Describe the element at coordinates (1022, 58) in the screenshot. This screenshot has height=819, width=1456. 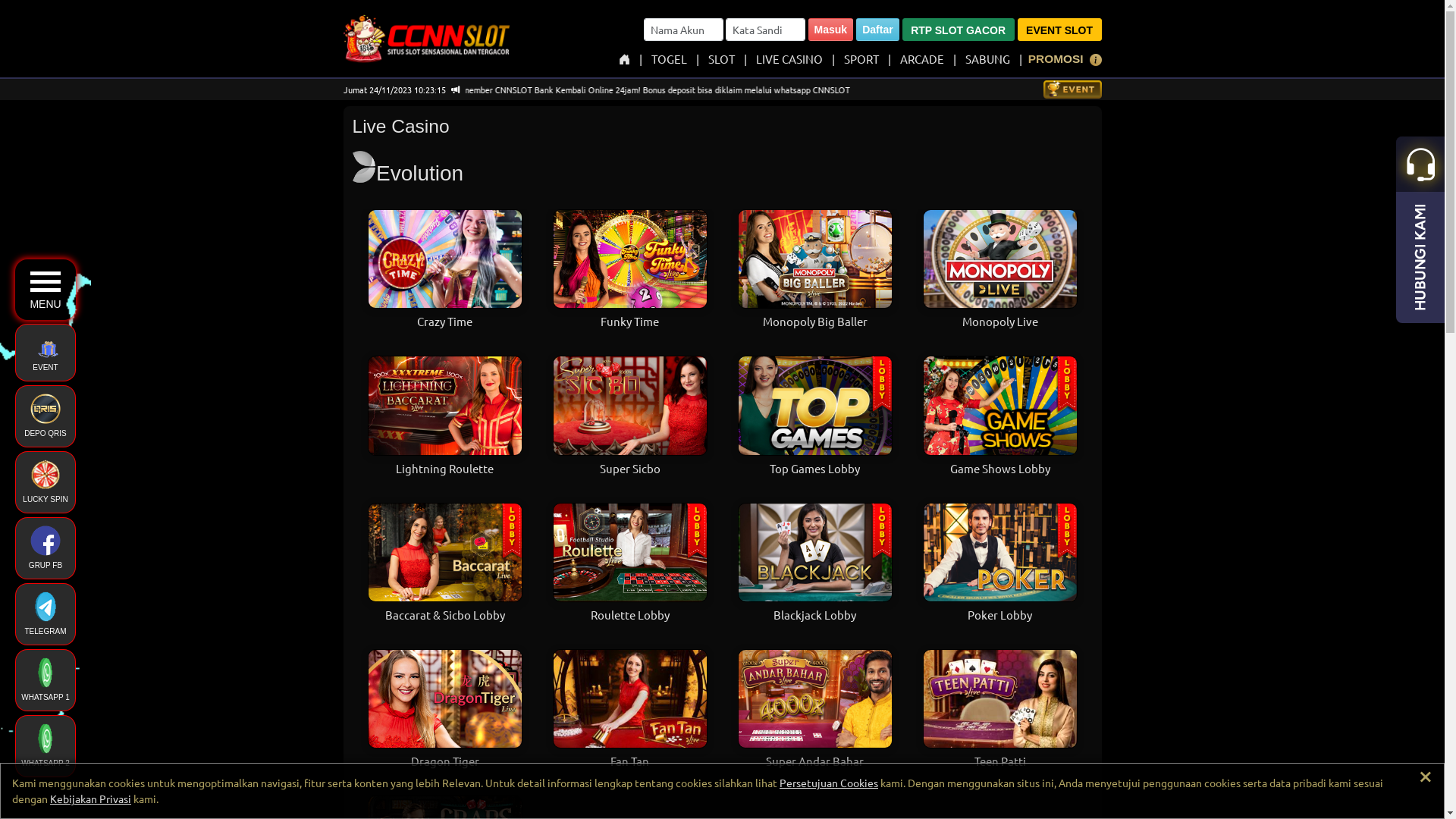
I see `'PROMOSI'` at that location.